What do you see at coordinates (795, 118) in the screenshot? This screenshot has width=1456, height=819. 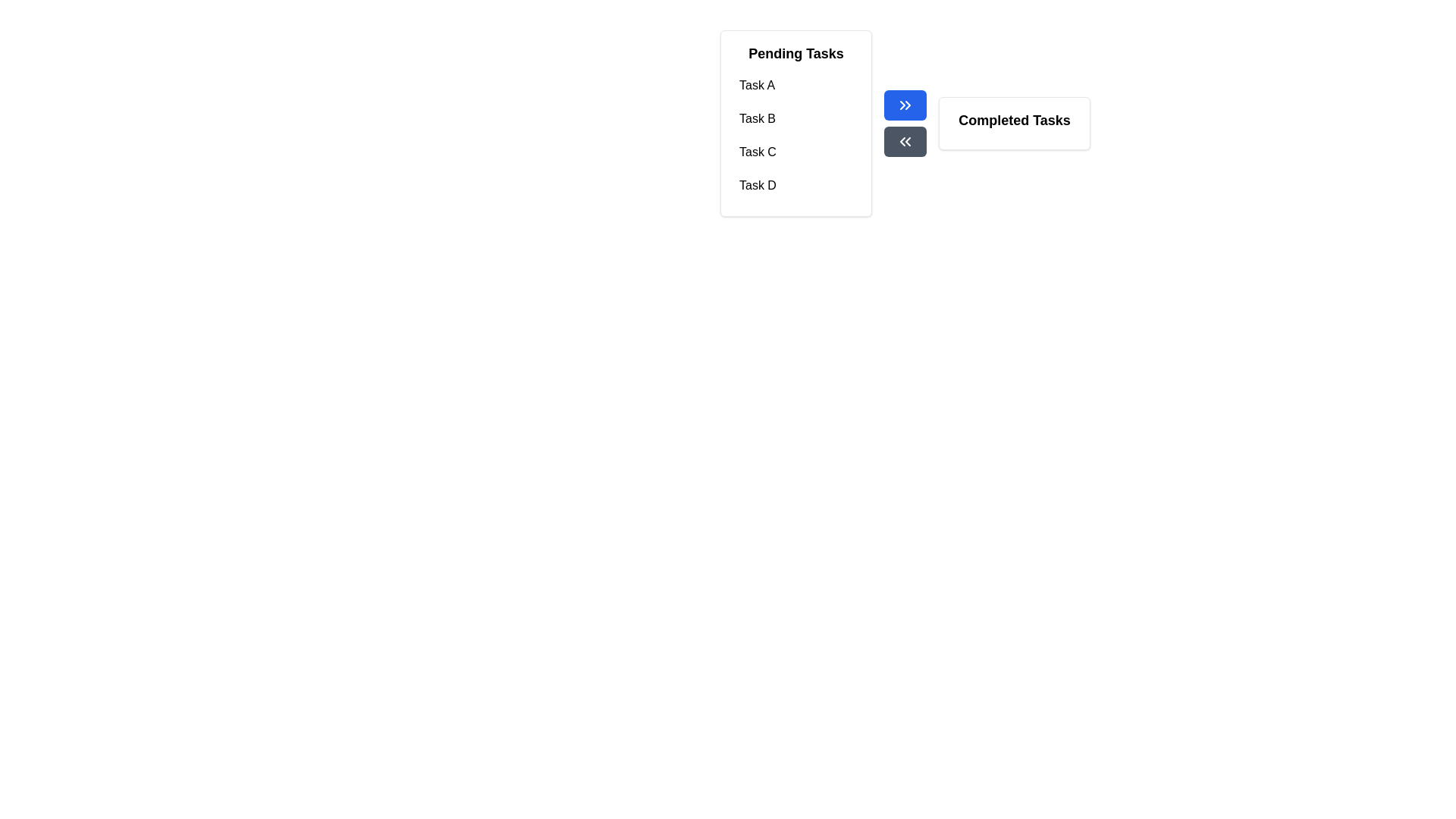 I see `the second item in the 'Pending Tasks' list, which is located below 'Task A' and above 'Task C'` at bounding box center [795, 118].